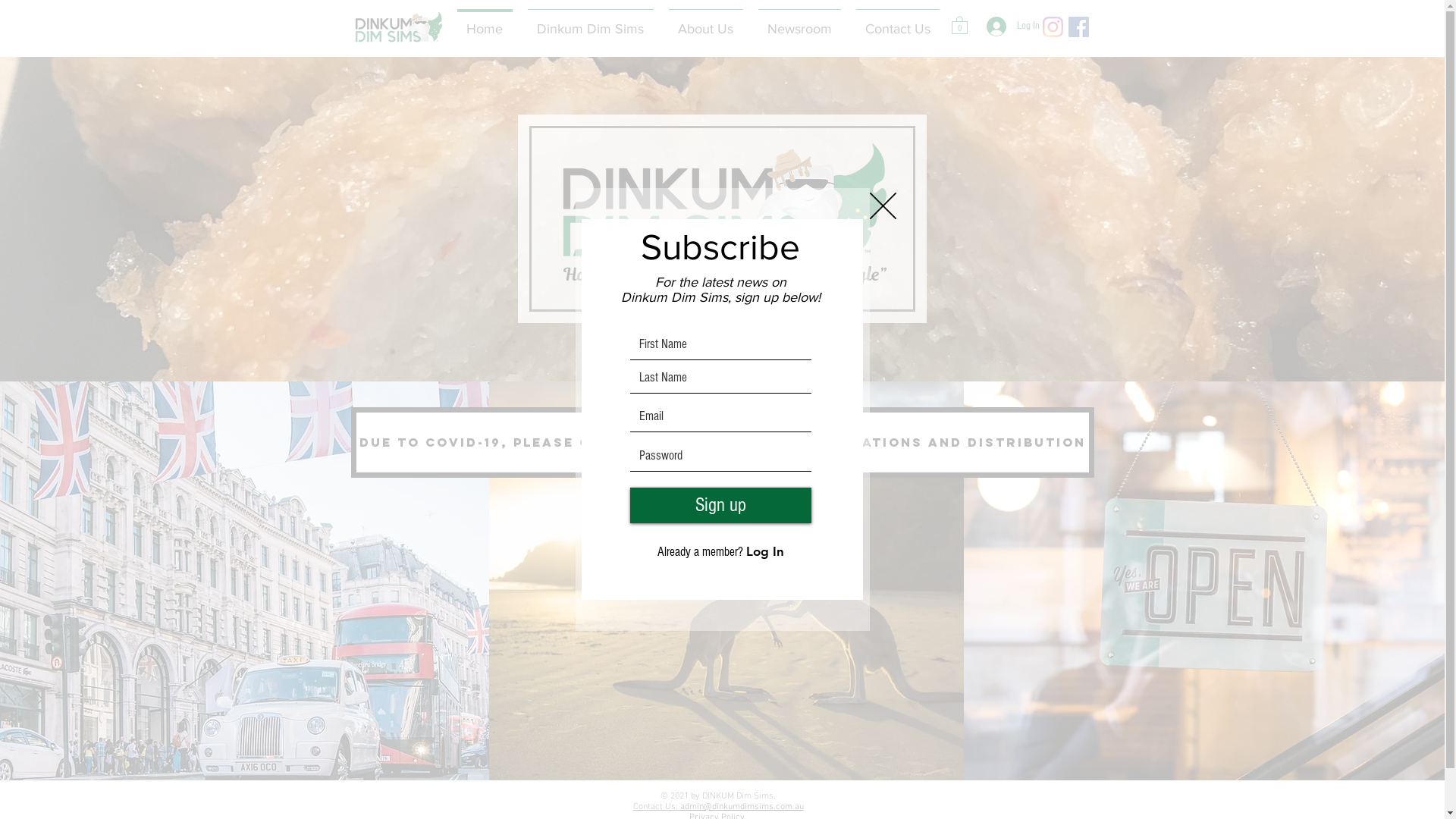 Image resolution: width=1456 pixels, height=819 pixels. I want to click on 'Newsroom', so click(750, 22).